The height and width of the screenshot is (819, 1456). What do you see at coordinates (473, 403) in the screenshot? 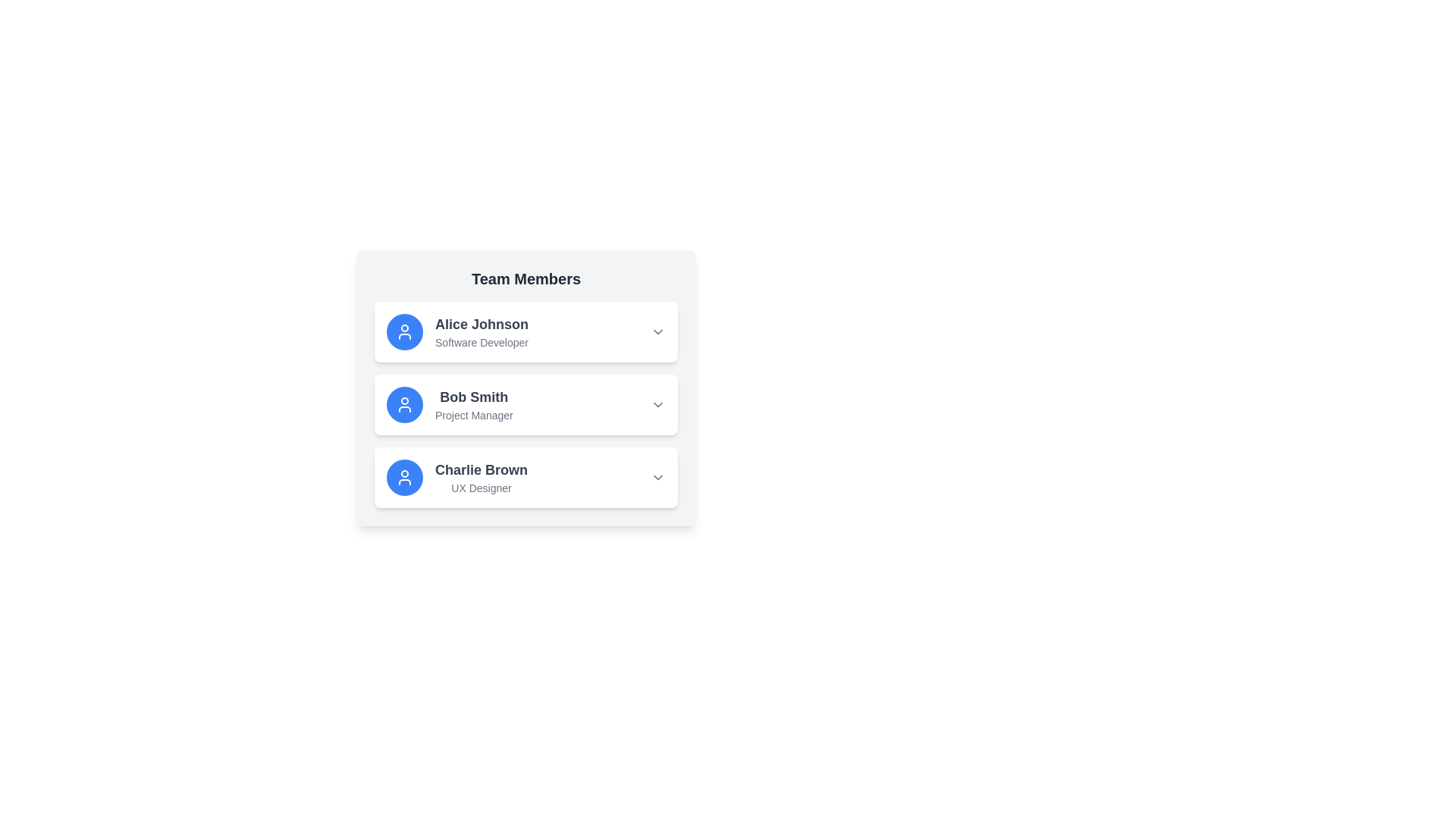
I see `the text block displaying 'Bob Smith' as the second entry in the 'Team Members' list` at bounding box center [473, 403].